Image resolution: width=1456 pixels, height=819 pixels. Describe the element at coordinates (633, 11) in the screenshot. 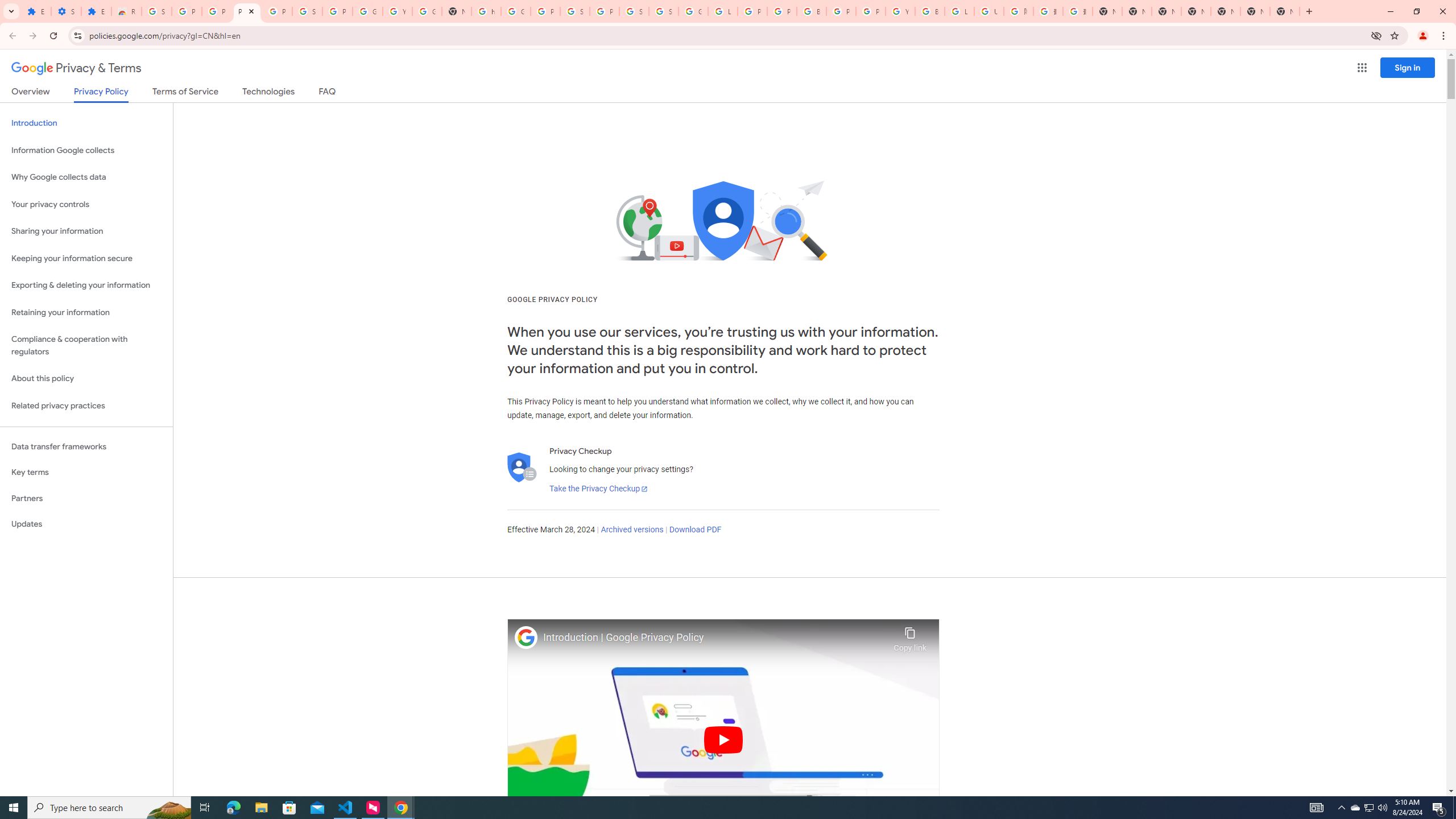

I see `'Sign in - Google Accounts'` at that location.